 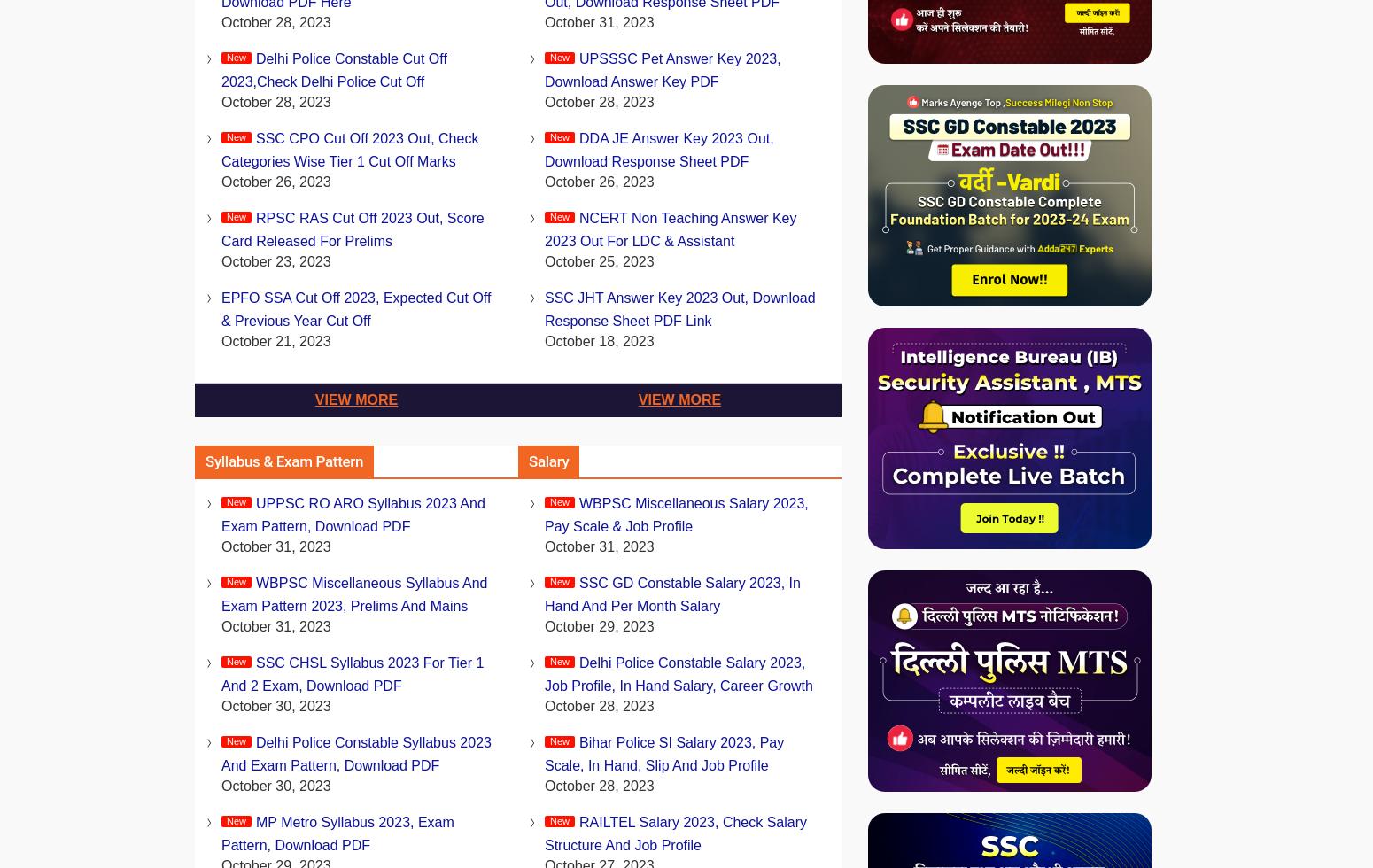 What do you see at coordinates (275, 341) in the screenshot?
I see `'October 21, 2023'` at bounding box center [275, 341].